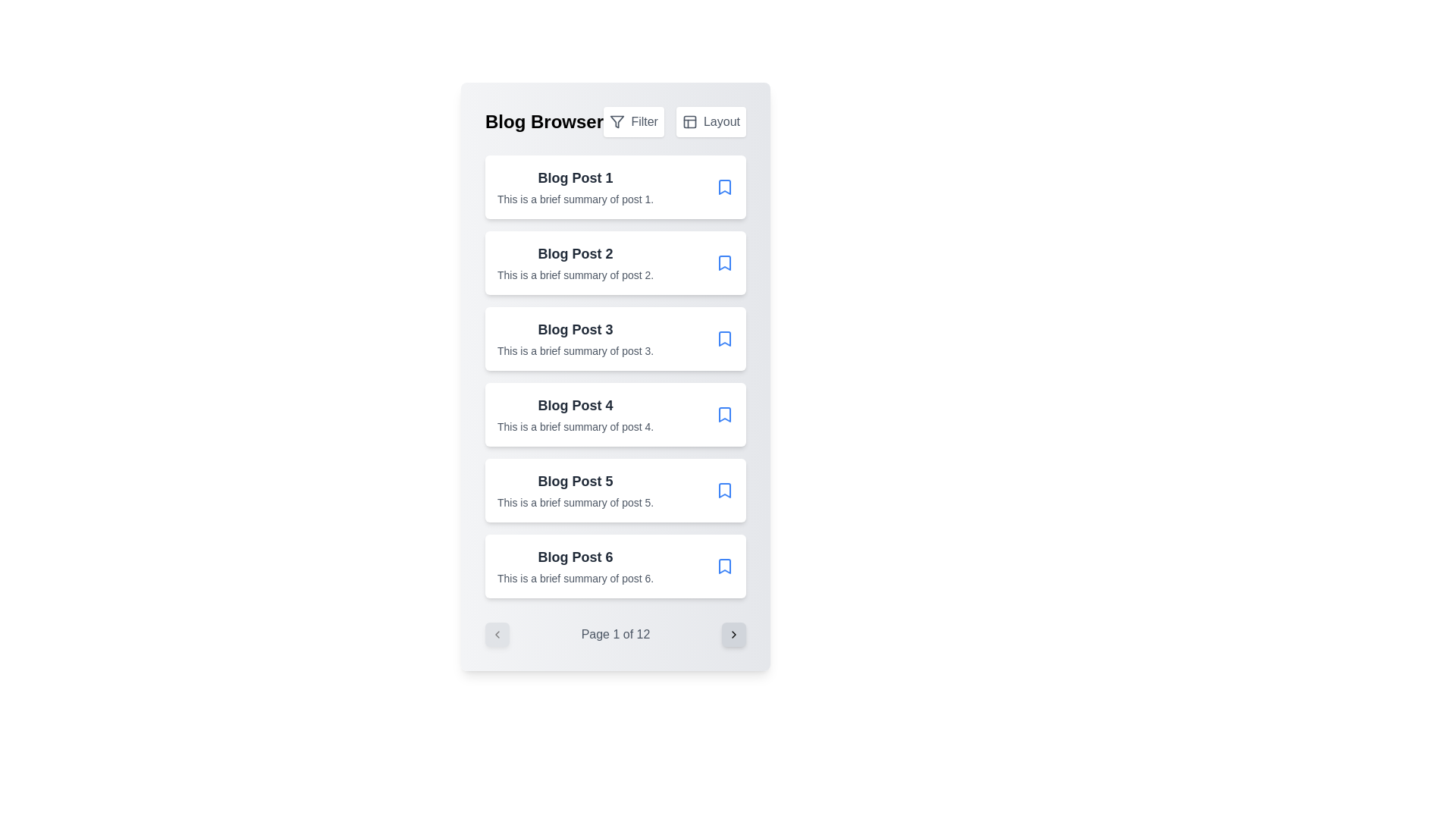 The image size is (1456, 819). What do you see at coordinates (617, 121) in the screenshot?
I see `the 'Filter' icon located in the top-right section of the interface` at bounding box center [617, 121].